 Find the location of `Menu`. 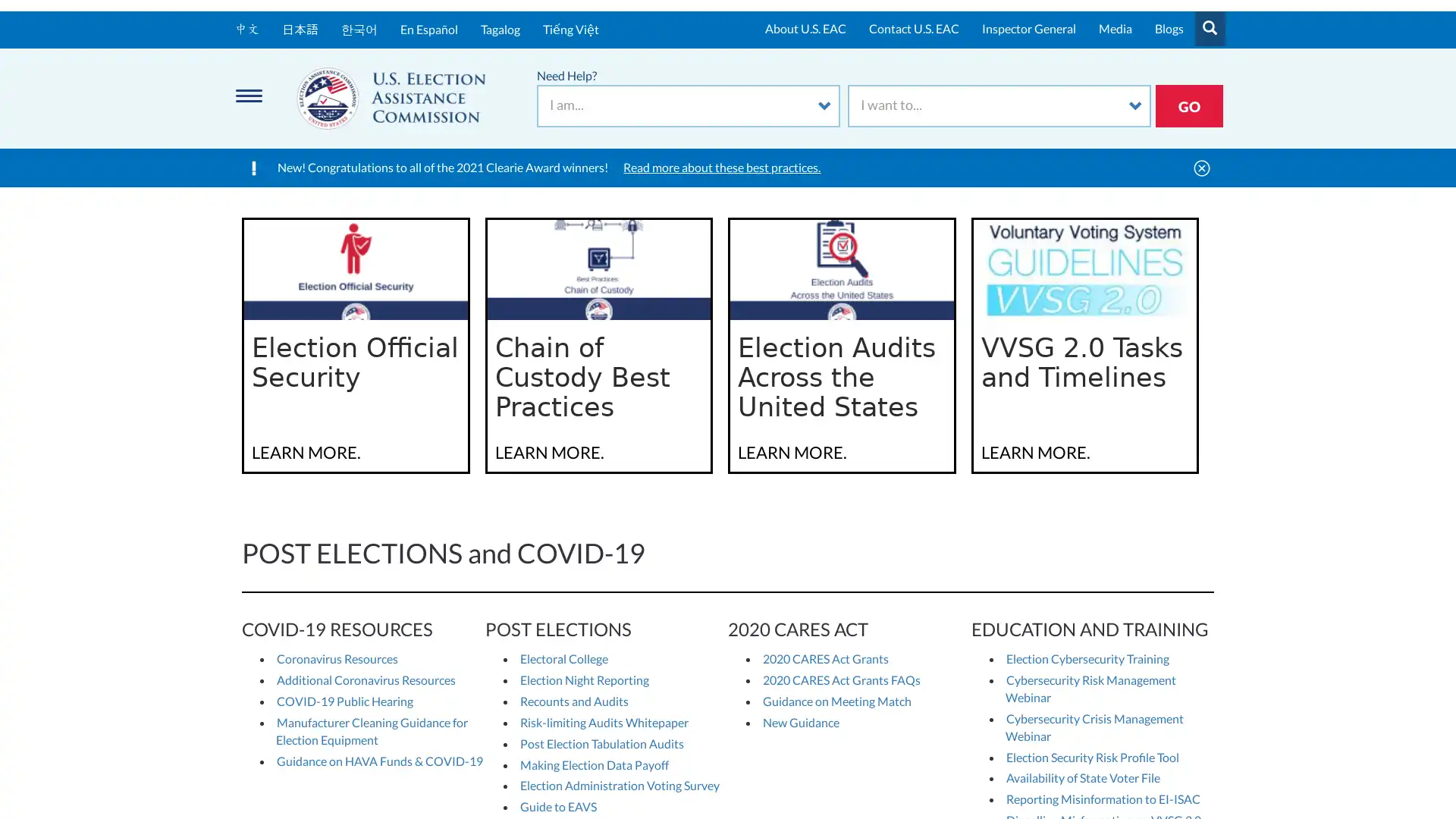

Menu is located at coordinates (249, 96).